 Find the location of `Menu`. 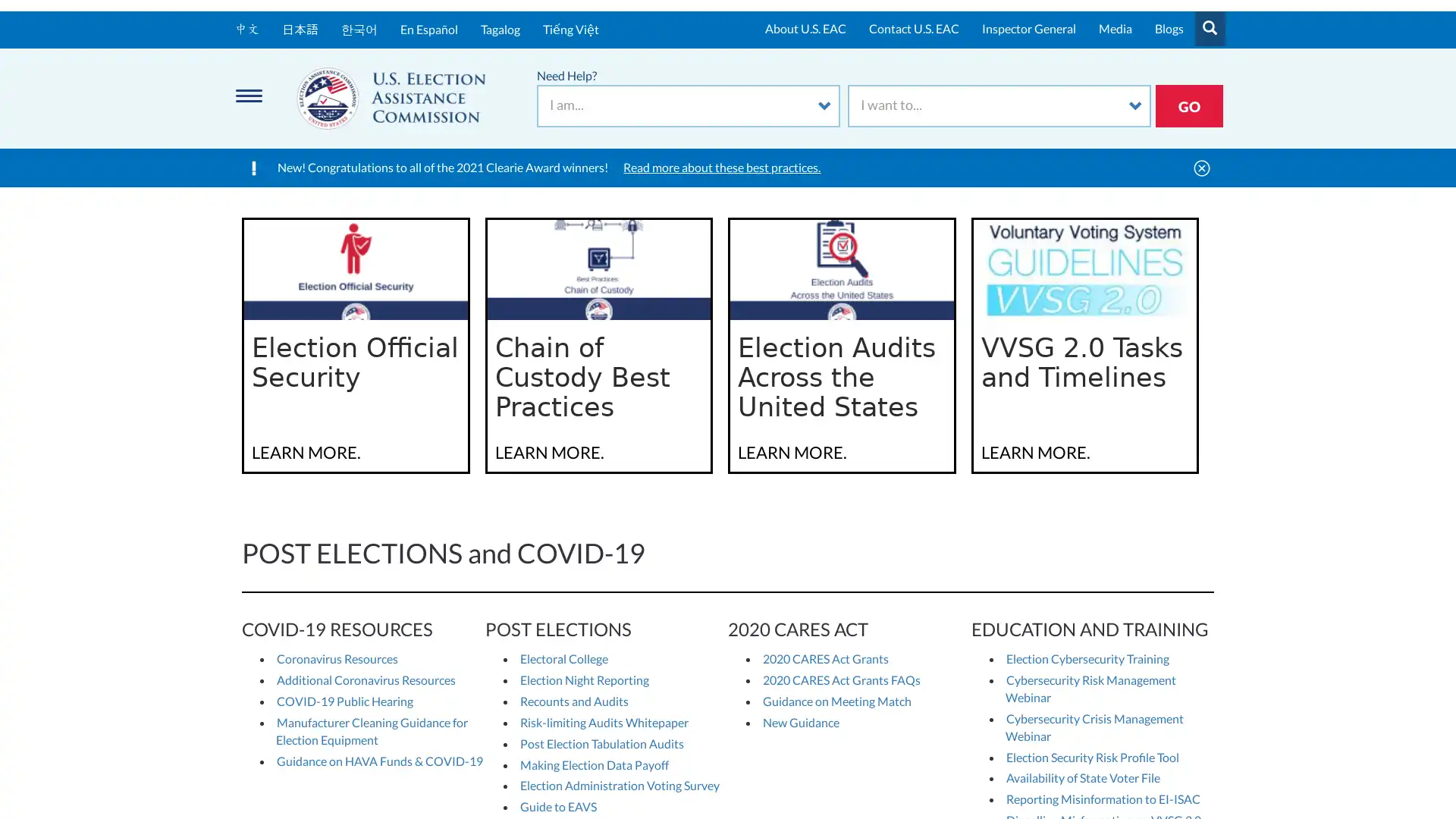

Menu is located at coordinates (249, 96).